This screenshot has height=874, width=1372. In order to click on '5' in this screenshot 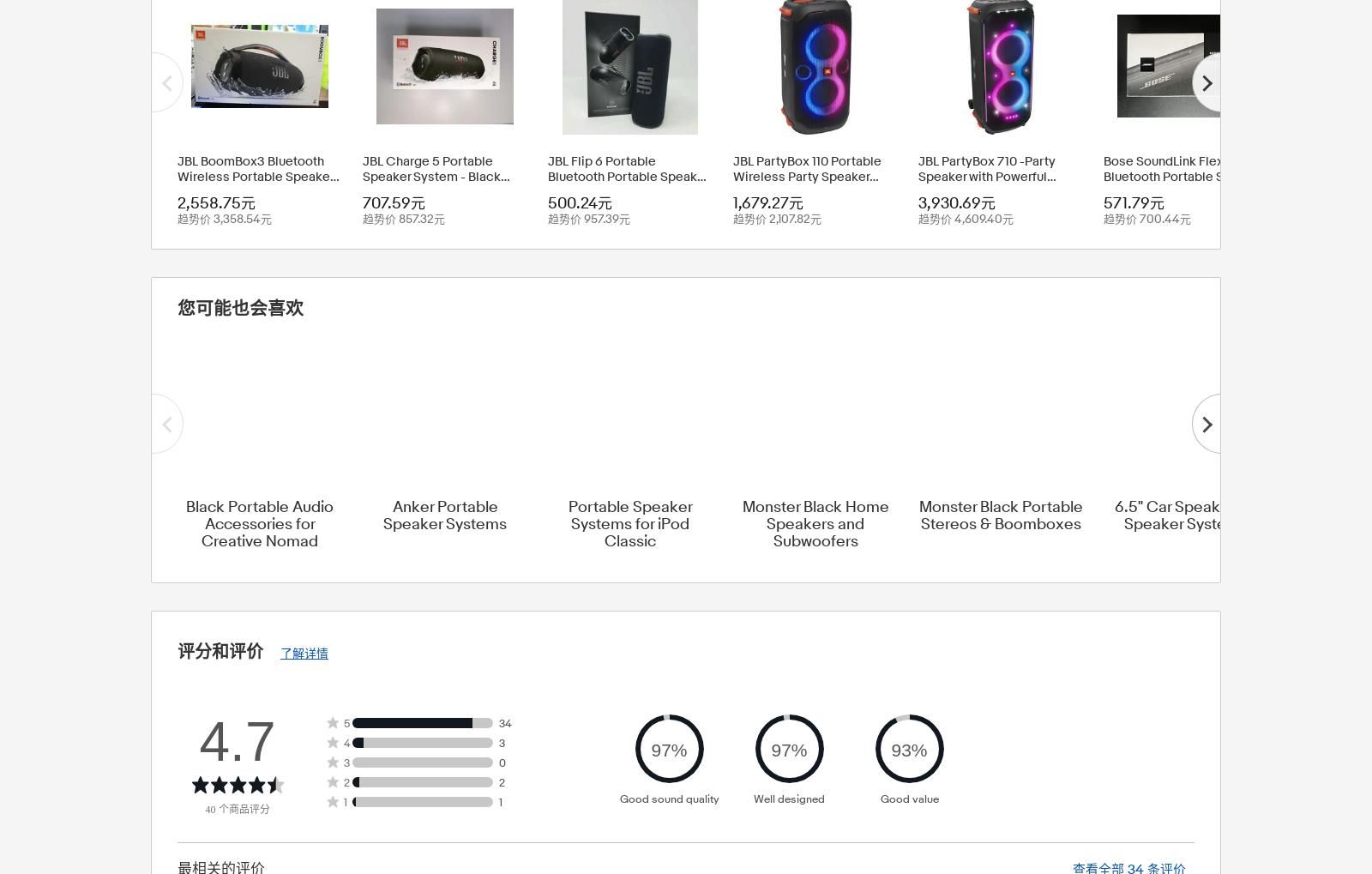, I will do `click(346, 722)`.